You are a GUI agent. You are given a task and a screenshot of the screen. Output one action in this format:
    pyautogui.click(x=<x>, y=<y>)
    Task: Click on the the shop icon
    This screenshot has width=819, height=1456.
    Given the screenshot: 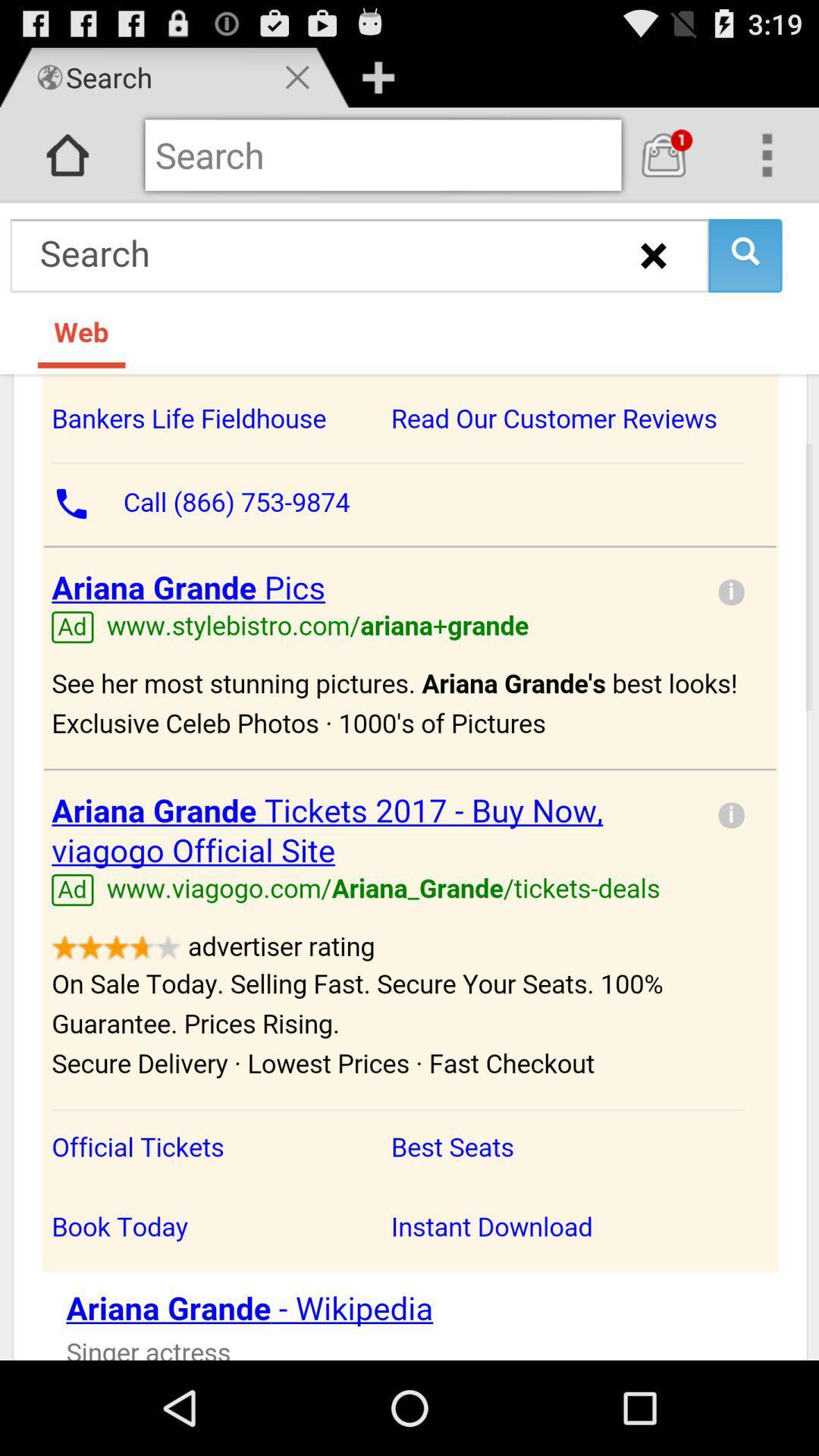 What is the action you would take?
    pyautogui.click(x=663, y=166)
    